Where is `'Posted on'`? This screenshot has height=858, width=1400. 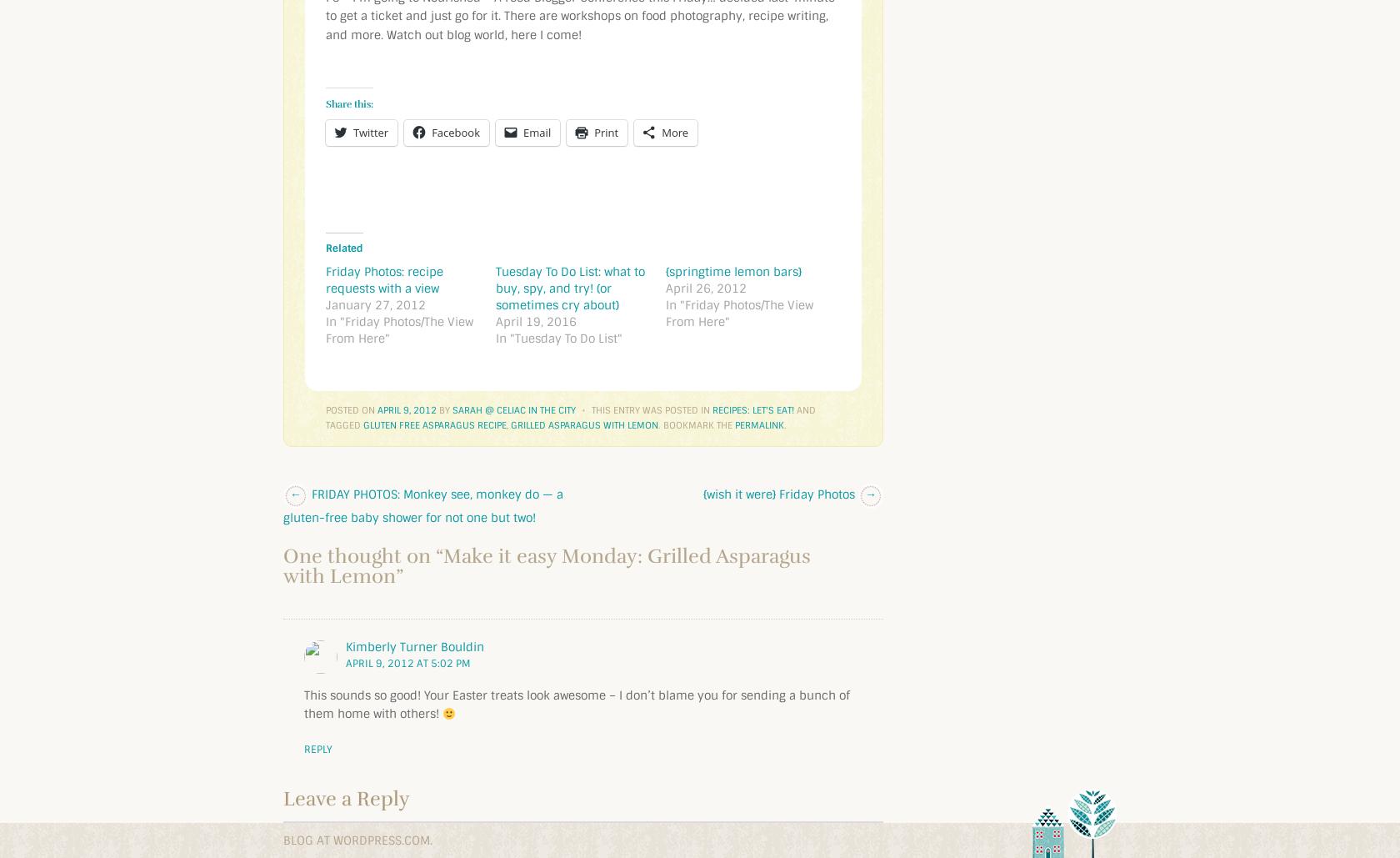 'Posted on' is located at coordinates (325, 409).